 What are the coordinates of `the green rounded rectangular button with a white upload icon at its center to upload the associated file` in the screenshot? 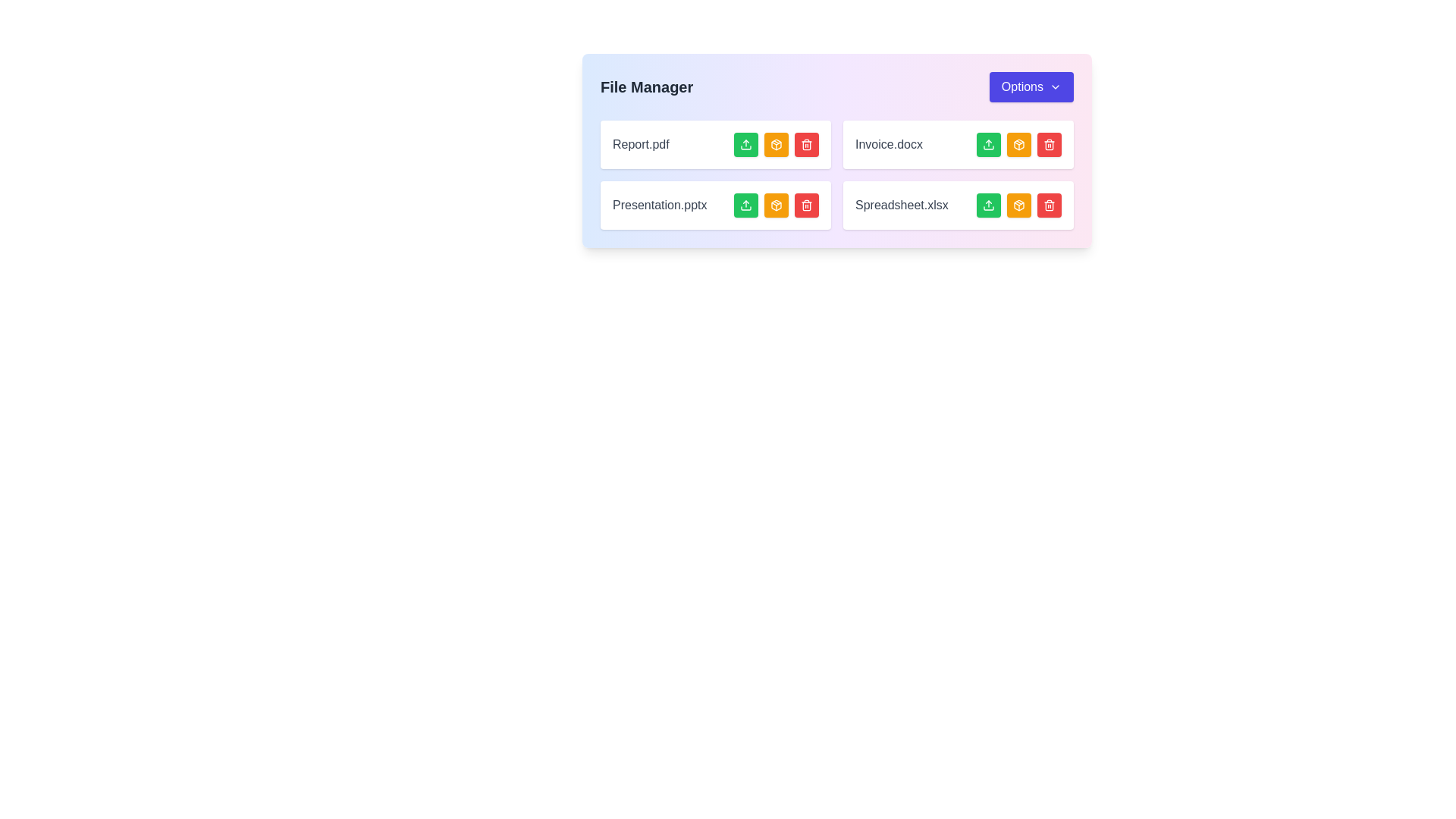 It's located at (989, 205).